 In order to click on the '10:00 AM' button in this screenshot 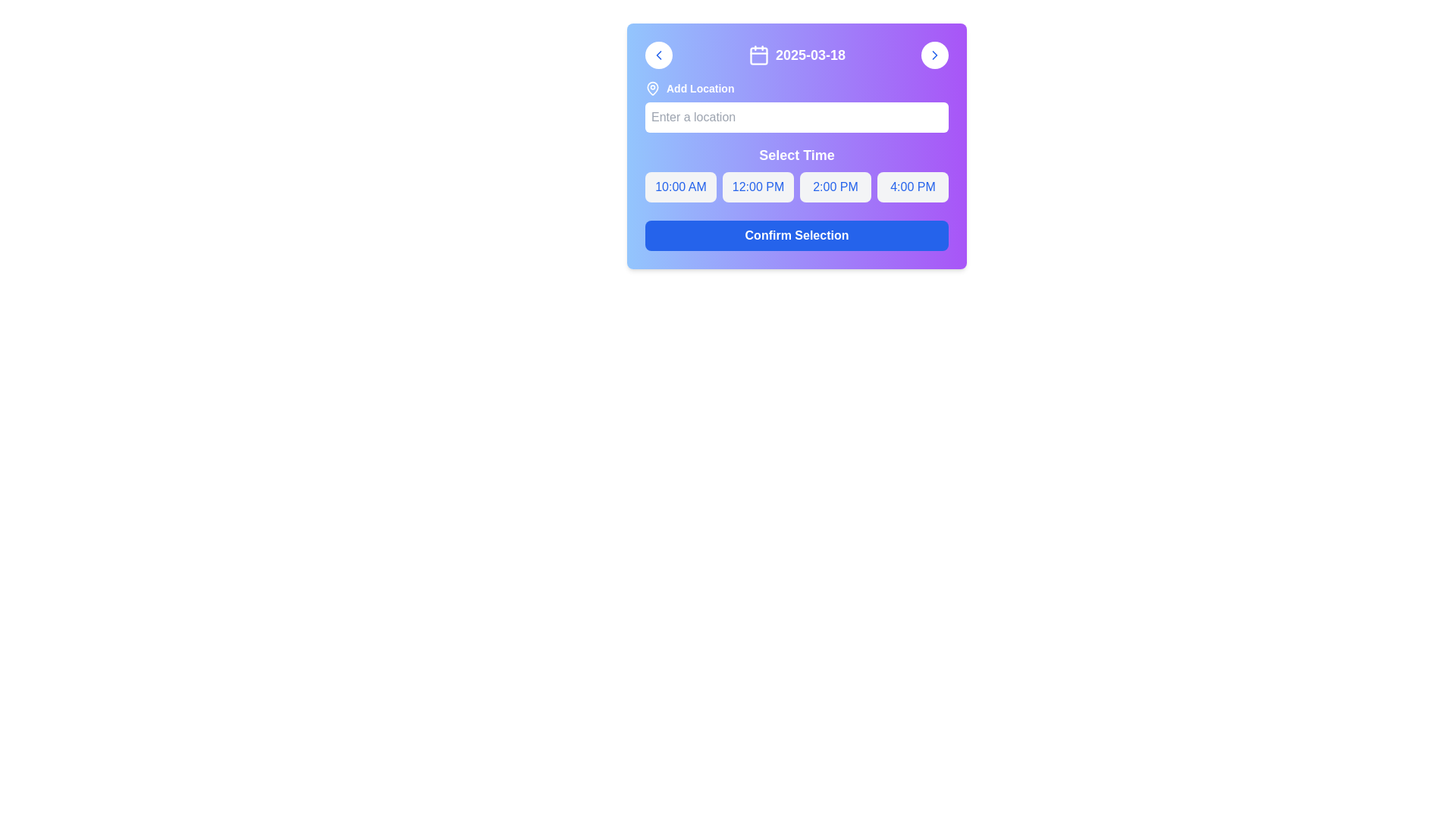, I will do `click(679, 186)`.